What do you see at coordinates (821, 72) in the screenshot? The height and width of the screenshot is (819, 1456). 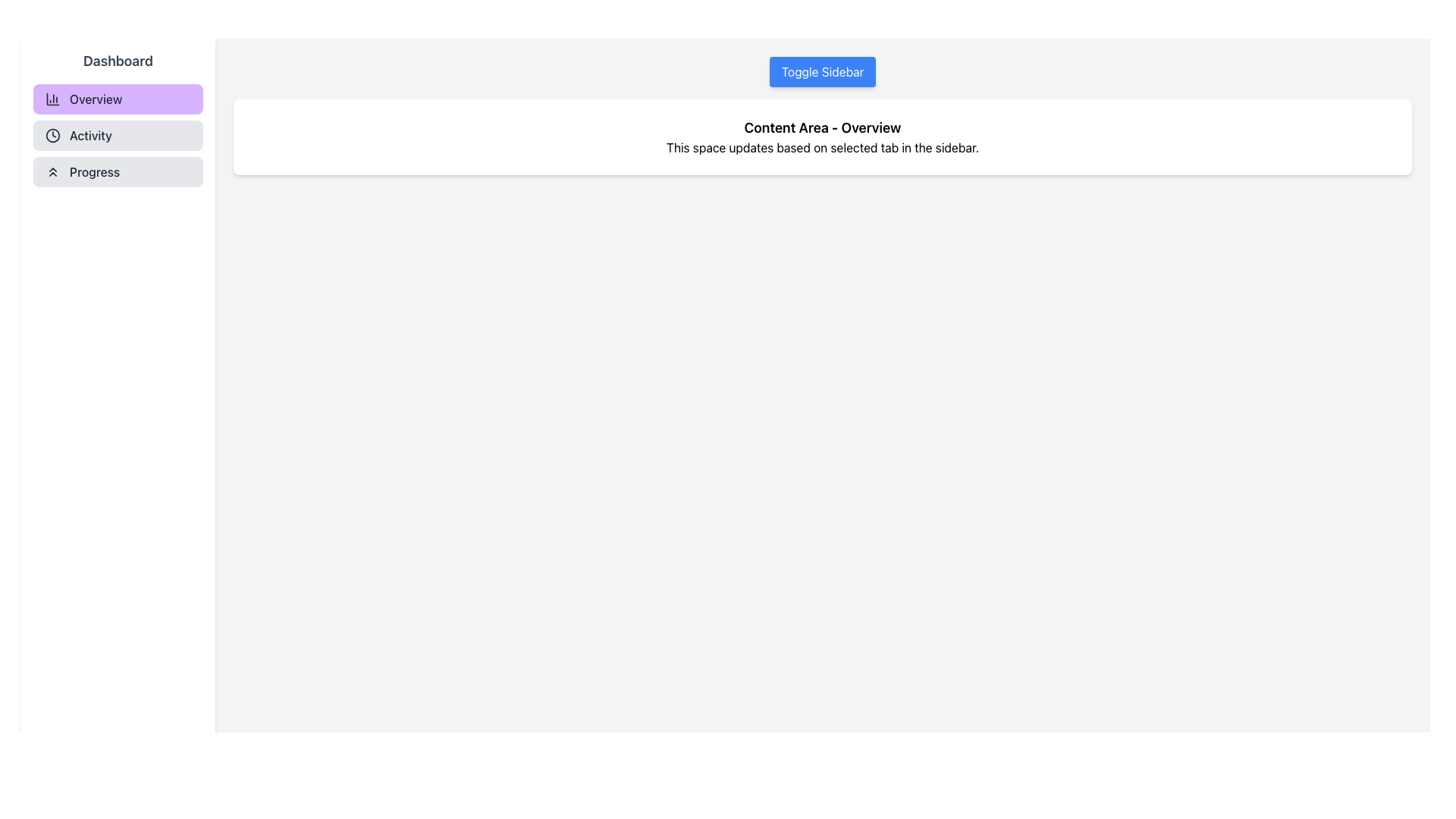 I see `the rectangular button with a blue background and white text reading 'Toggle Sidebar'` at bounding box center [821, 72].